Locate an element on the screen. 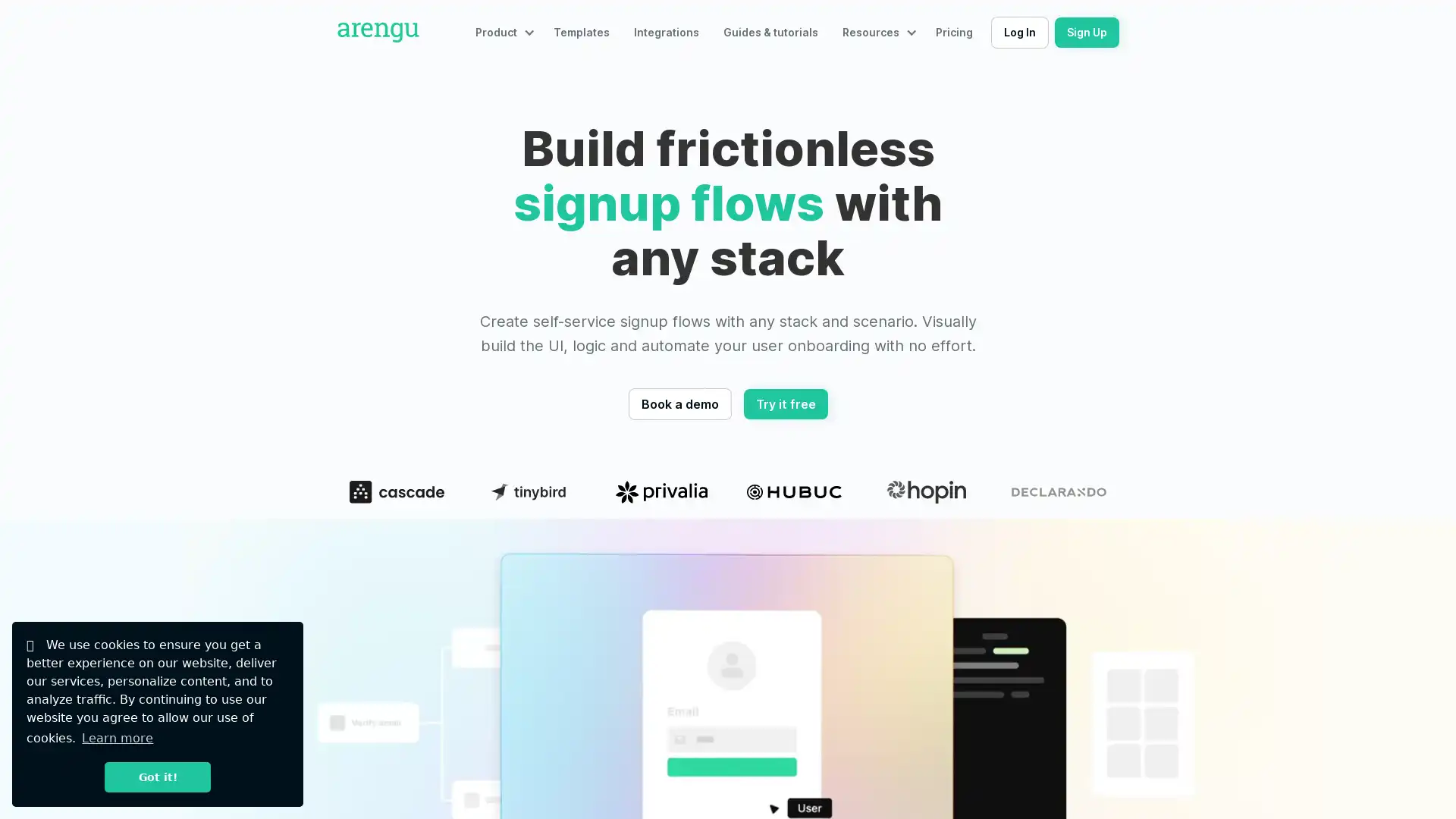 The image size is (1456, 819). dismiss cookie message is located at coordinates (157, 777).